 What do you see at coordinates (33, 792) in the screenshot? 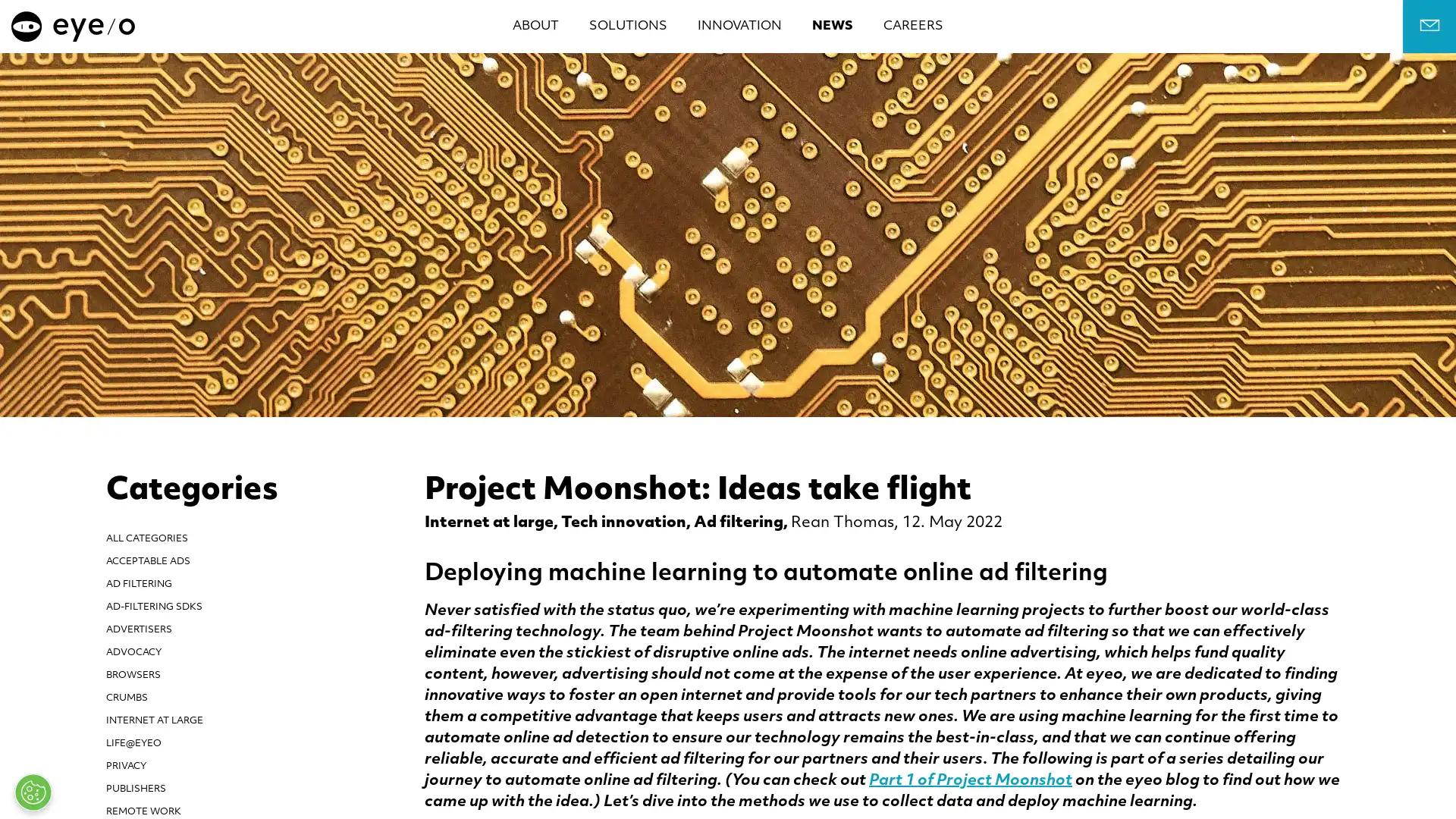
I see `Open Preferences` at bounding box center [33, 792].